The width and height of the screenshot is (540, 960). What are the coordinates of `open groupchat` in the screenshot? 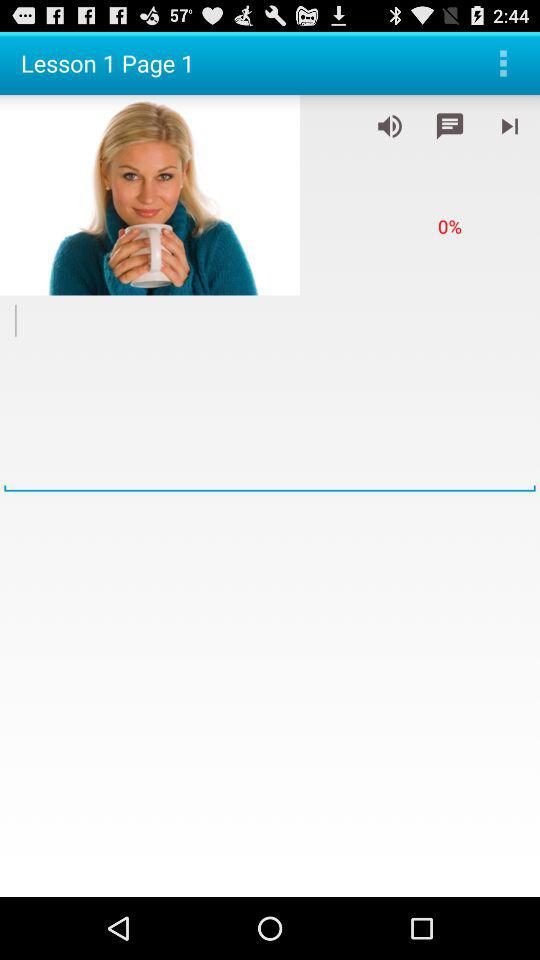 It's located at (449, 125).